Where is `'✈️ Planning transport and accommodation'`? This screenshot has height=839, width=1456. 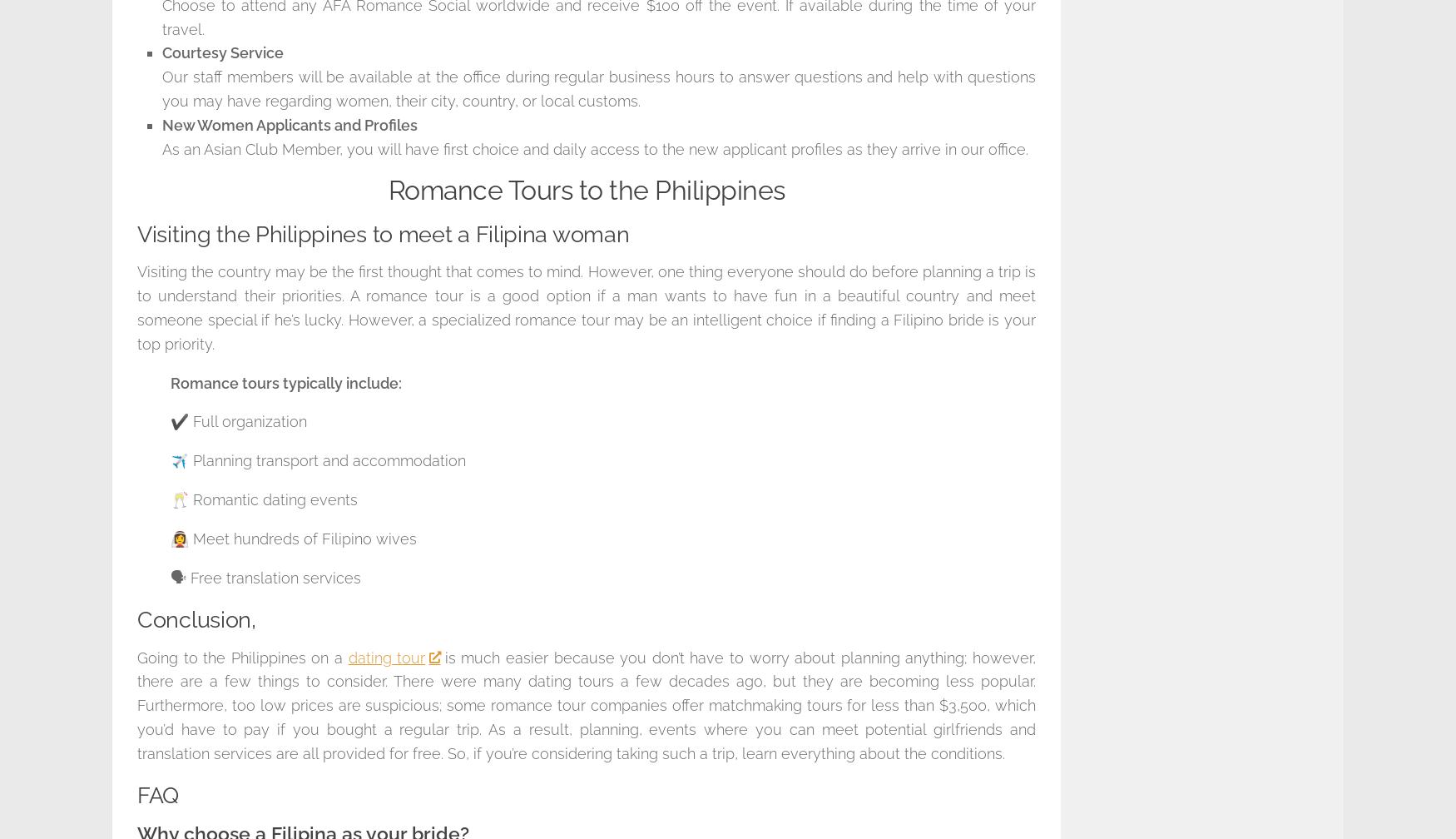
'✈️ Planning transport and accommodation' is located at coordinates (317, 460).